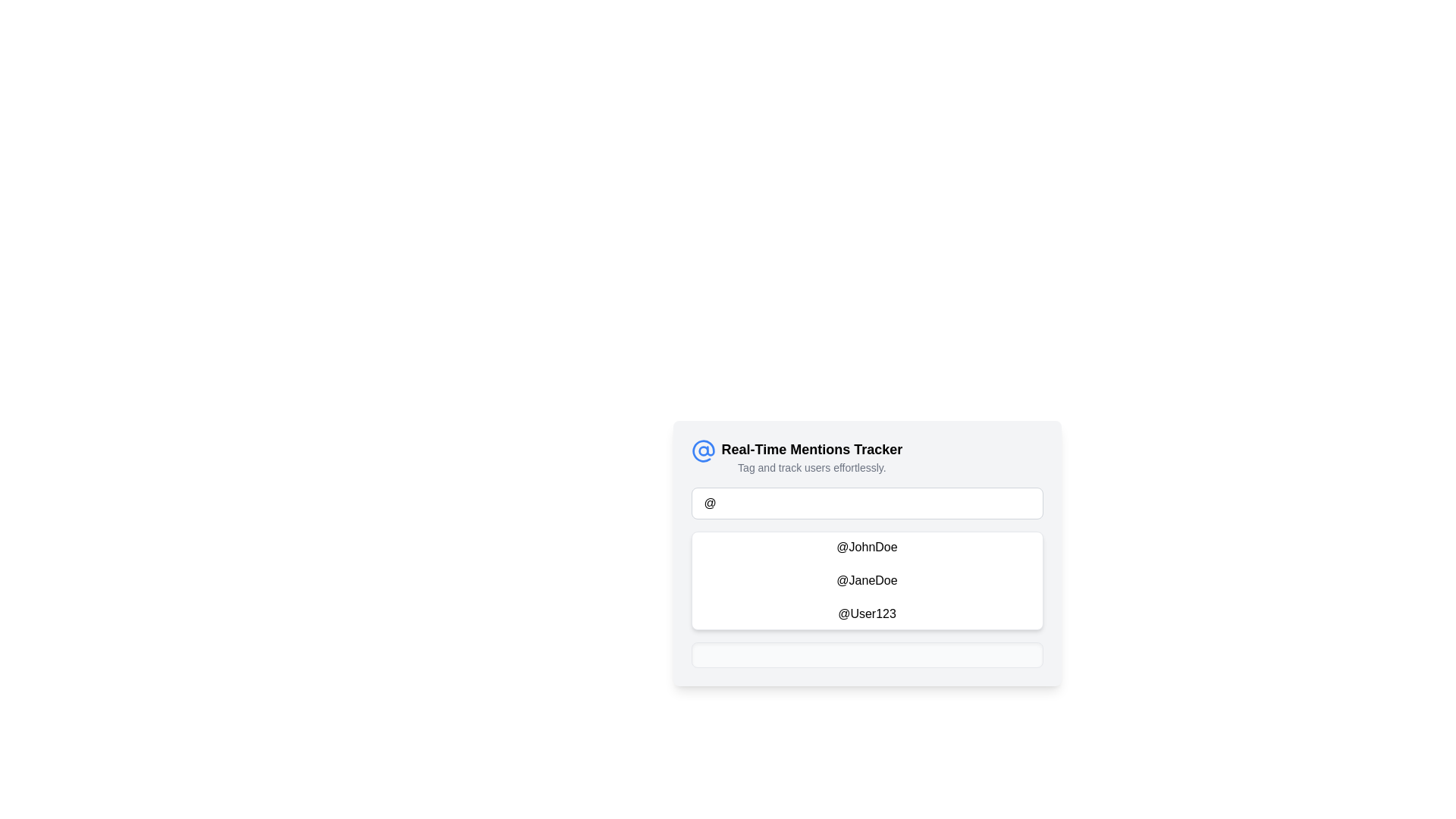 The width and height of the screenshot is (1456, 819). Describe the element at coordinates (811, 456) in the screenshot. I see `the descriptive header text block located at the top portion of the rectangular card interface, positioned to the right of a blue '@' icon` at that location.